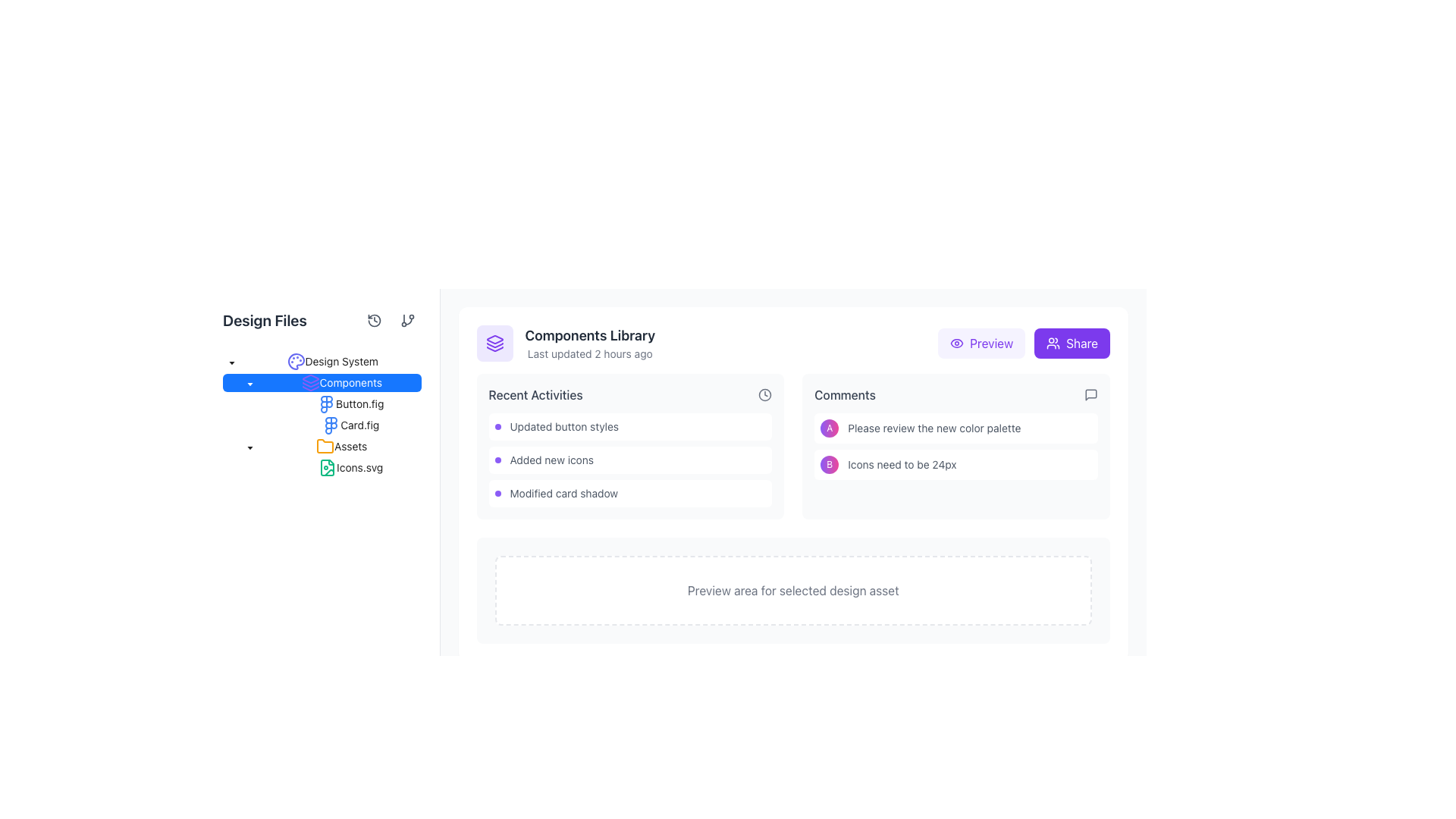 The height and width of the screenshot is (819, 1456). What do you see at coordinates (1090, 394) in the screenshot?
I see `the 'Message' icon` at bounding box center [1090, 394].